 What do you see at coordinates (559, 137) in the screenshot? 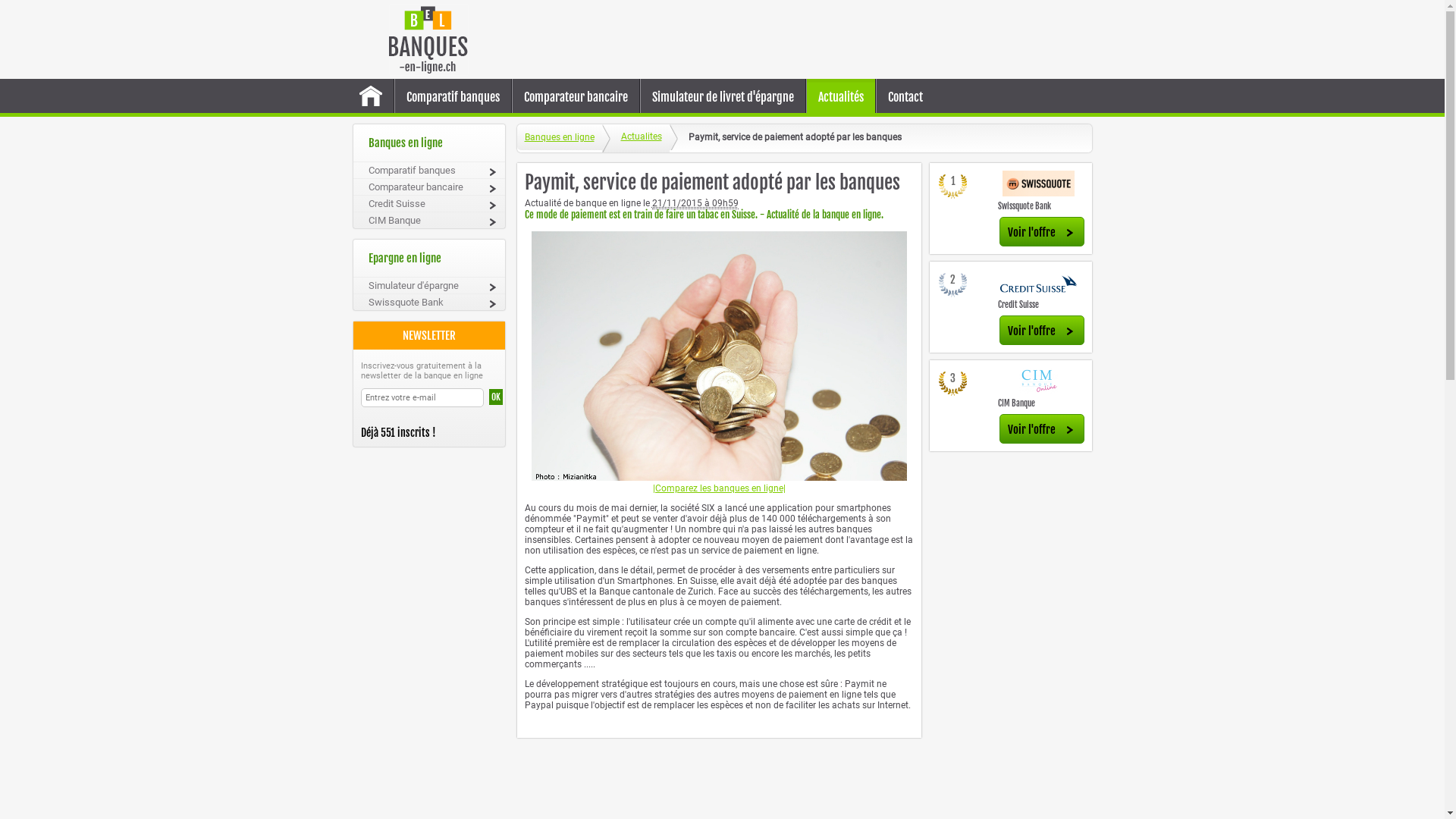
I see `'Banques en ligne'` at bounding box center [559, 137].